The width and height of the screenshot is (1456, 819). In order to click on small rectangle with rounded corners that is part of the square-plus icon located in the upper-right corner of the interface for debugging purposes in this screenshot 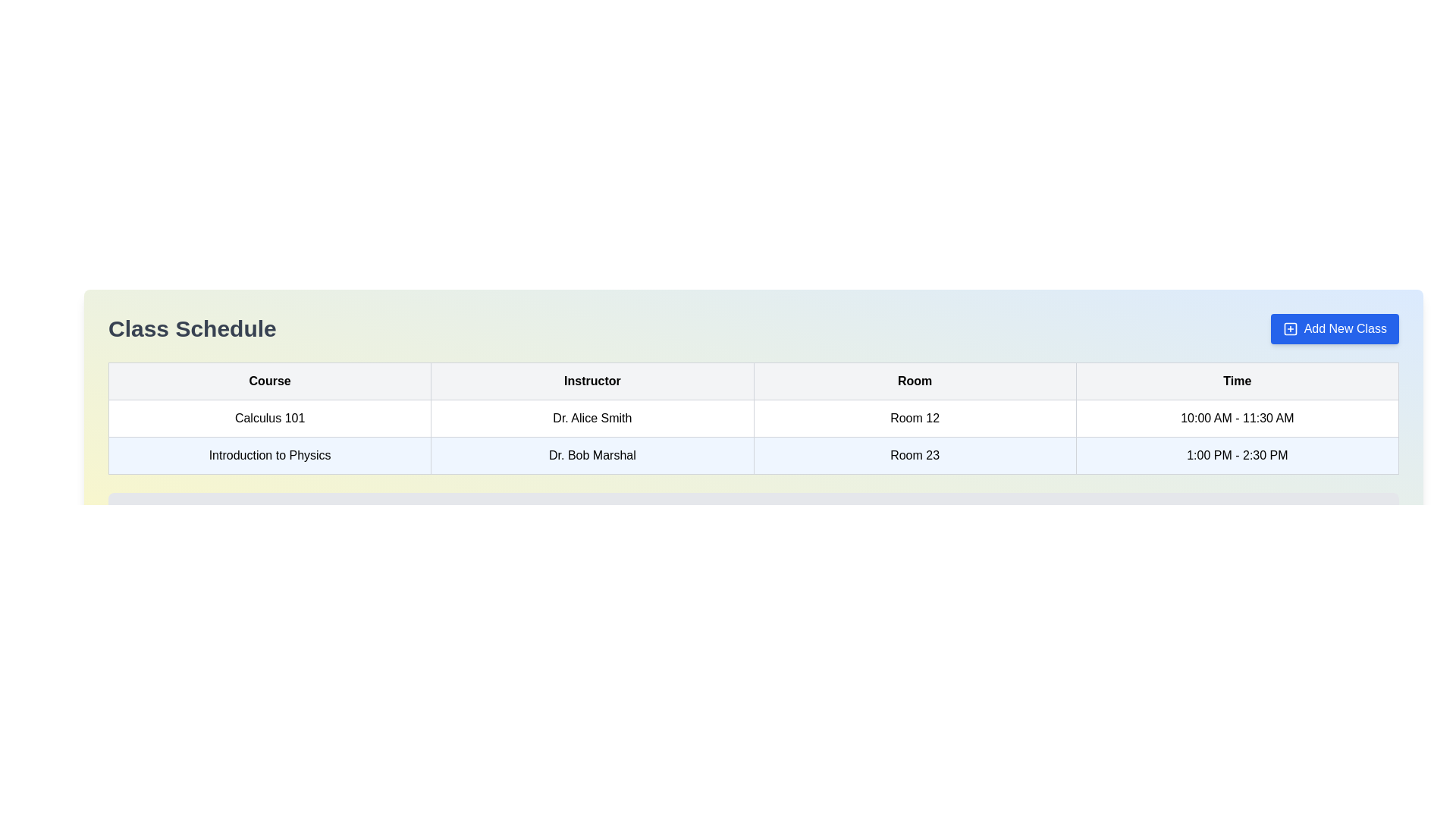, I will do `click(1289, 328)`.